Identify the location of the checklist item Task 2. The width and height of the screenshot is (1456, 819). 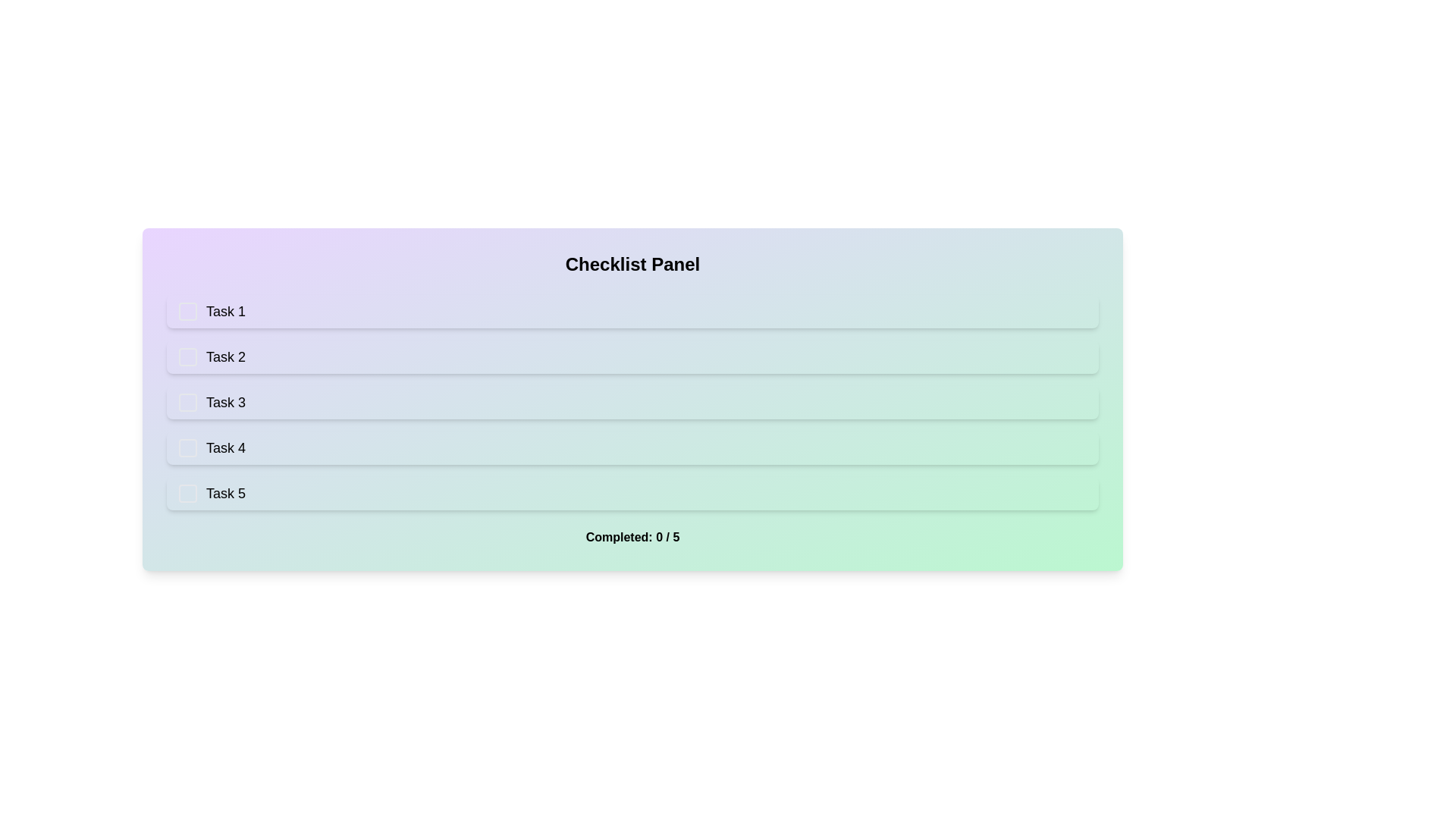
(632, 356).